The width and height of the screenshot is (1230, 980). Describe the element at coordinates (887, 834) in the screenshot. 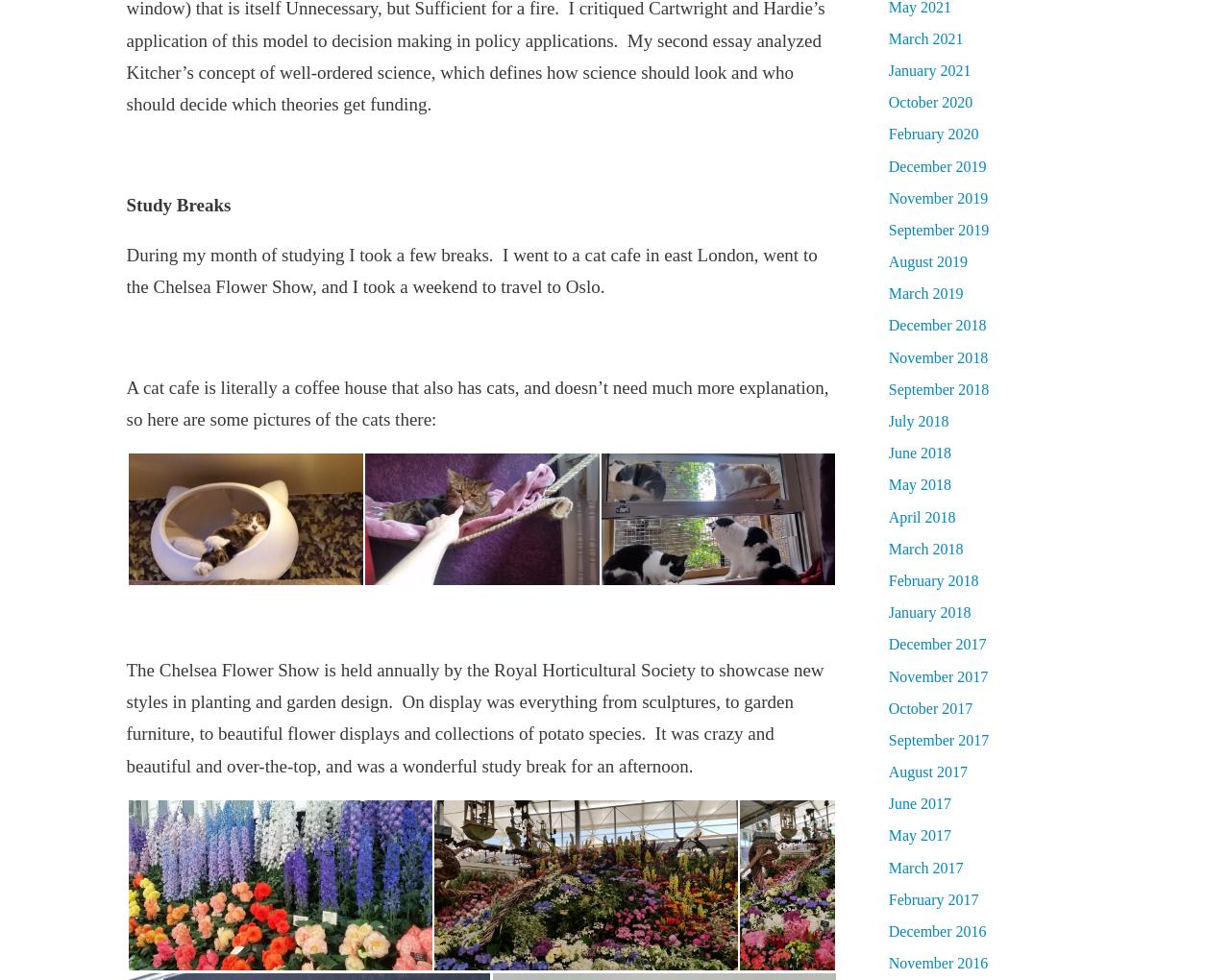

I see `'May 2017'` at that location.